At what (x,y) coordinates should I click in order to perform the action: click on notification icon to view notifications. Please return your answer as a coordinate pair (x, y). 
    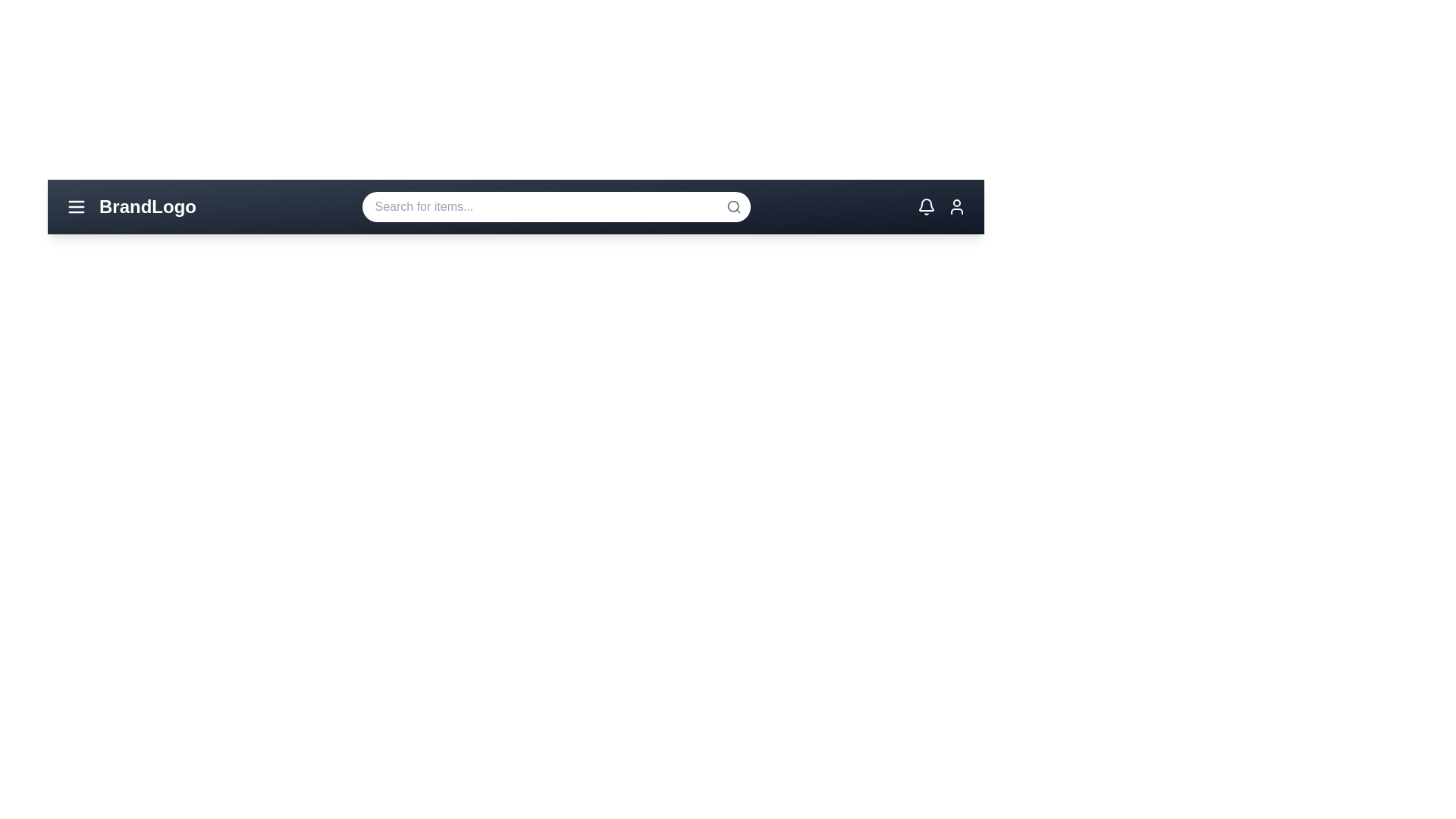
    Looking at the image, I should click on (925, 207).